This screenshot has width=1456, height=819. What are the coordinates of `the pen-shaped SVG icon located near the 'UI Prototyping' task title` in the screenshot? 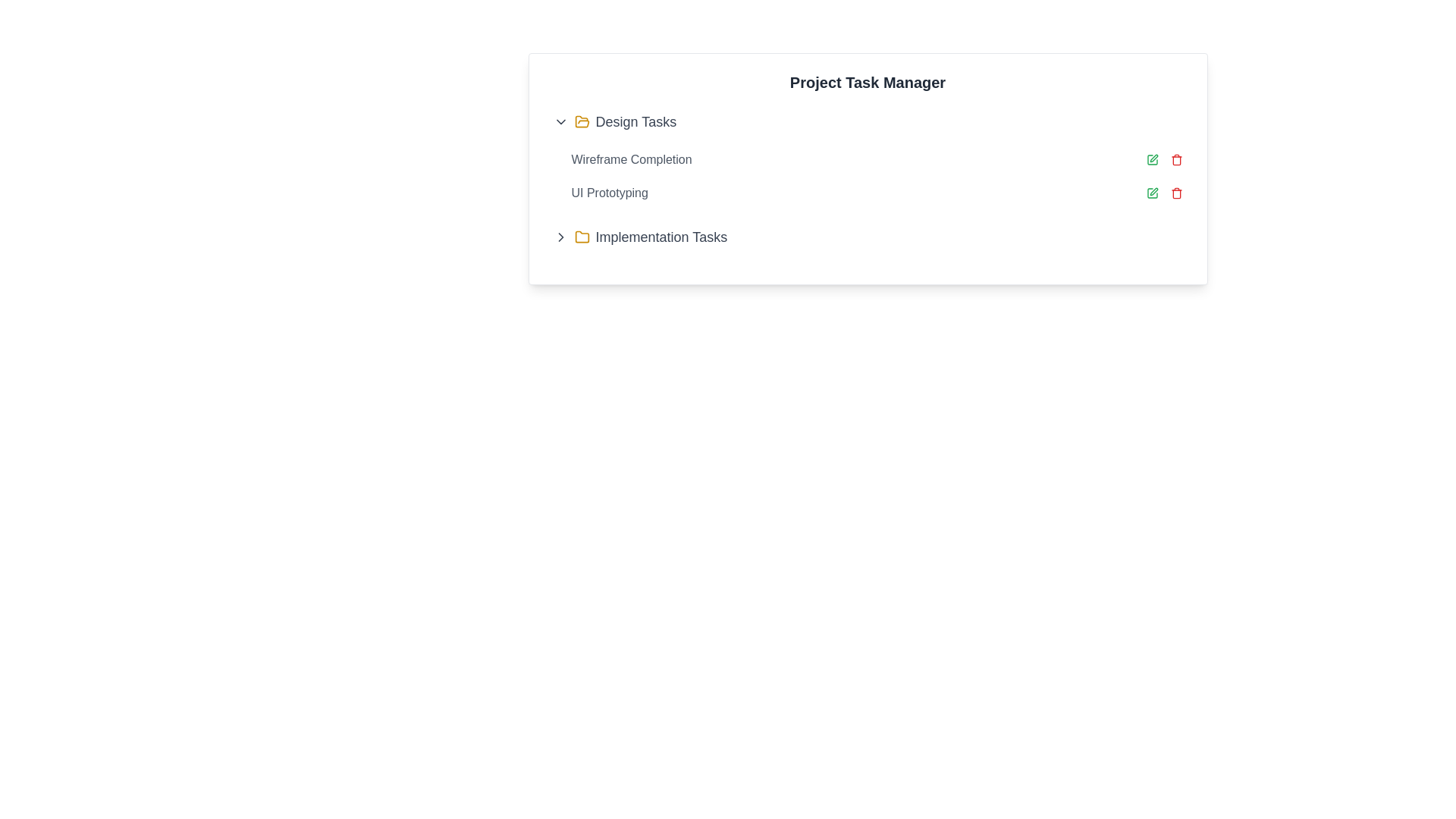 It's located at (1153, 158).